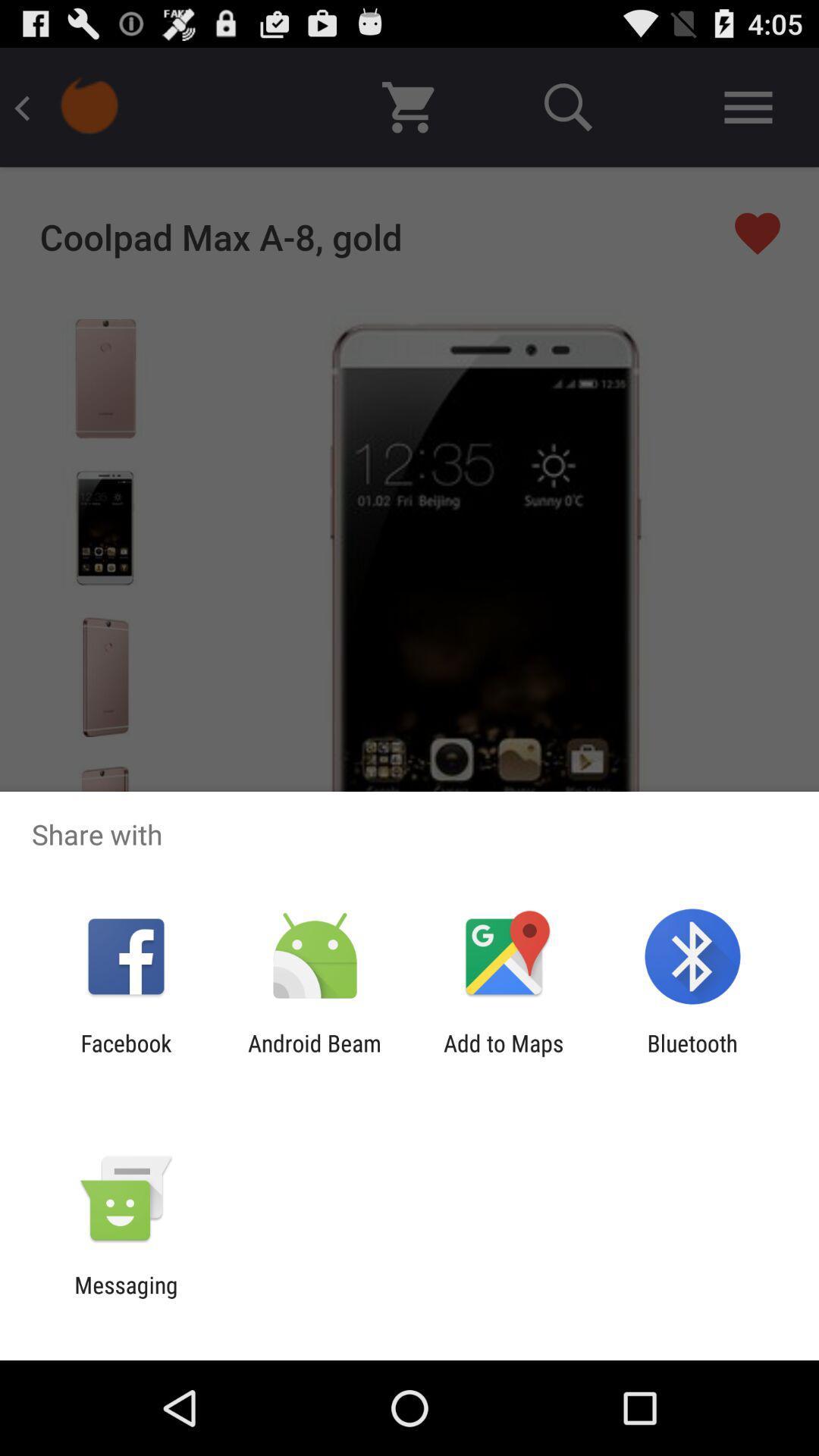  What do you see at coordinates (125, 1056) in the screenshot?
I see `the facebook item` at bounding box center [125, 1056].